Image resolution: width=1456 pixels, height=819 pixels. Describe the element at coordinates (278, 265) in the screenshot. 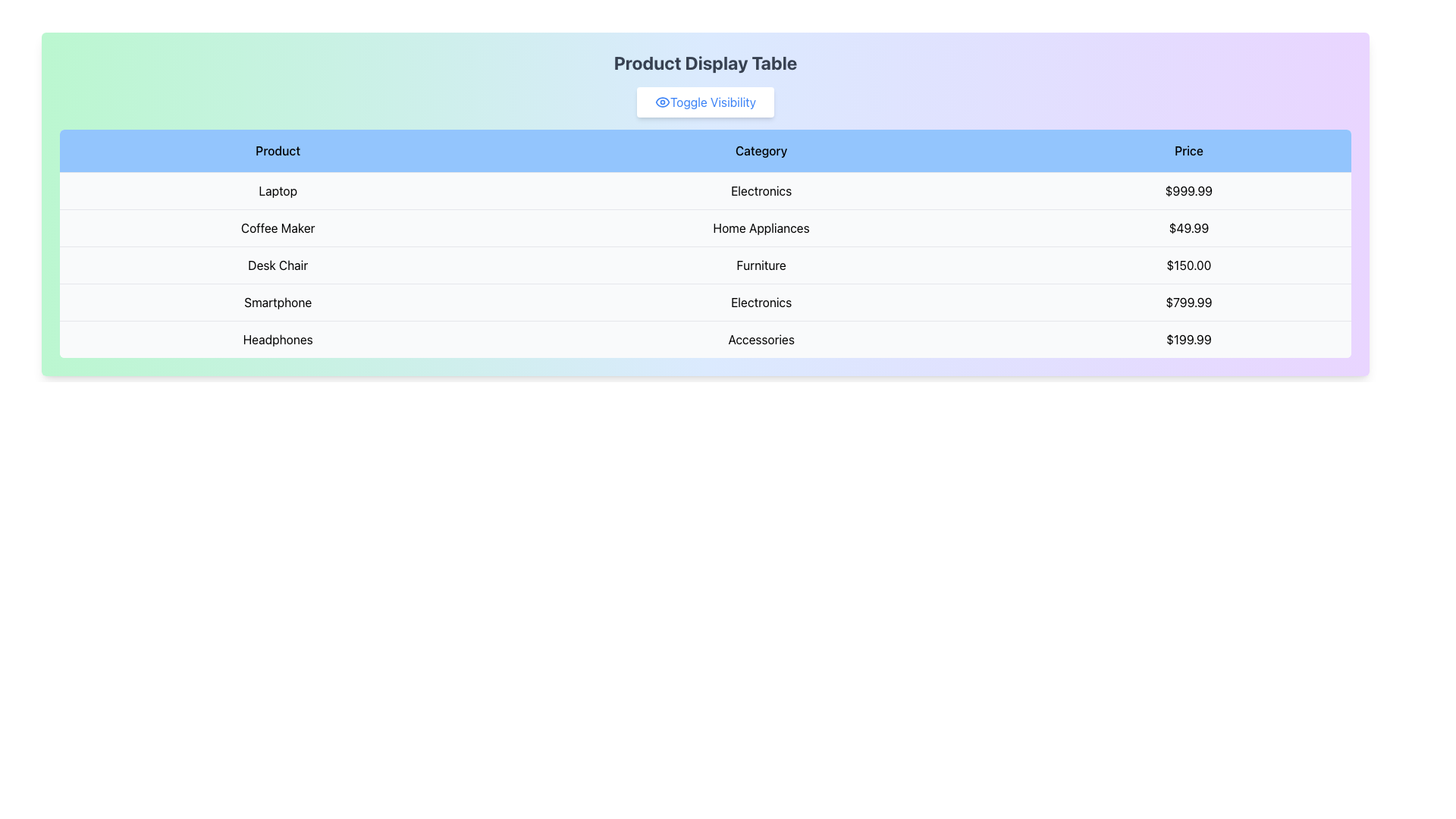

I see `the 'Desk Chair' text label` at that location.